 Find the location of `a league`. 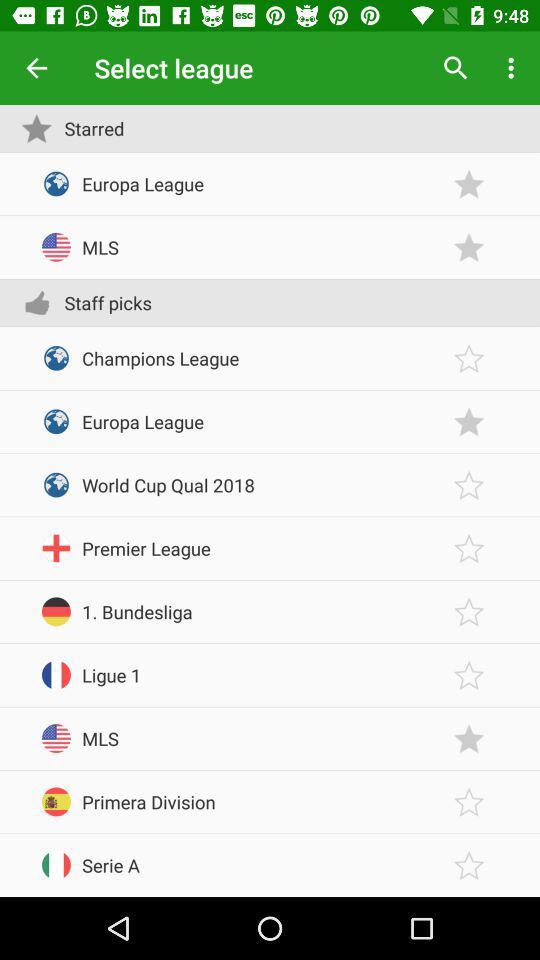

a league is located at coordinates (469, 548).